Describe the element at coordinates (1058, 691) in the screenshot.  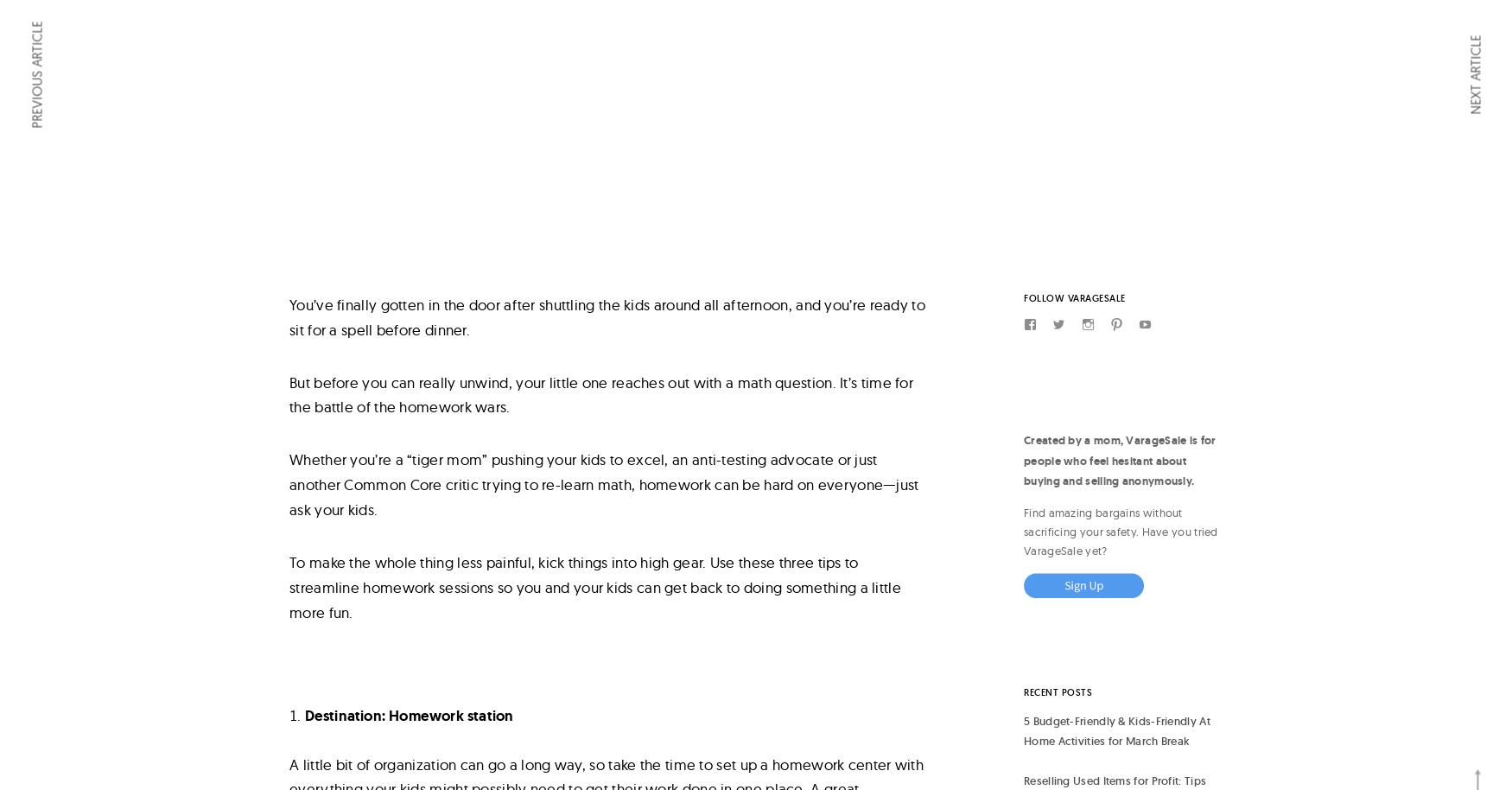
I see `'Recent Posts'` at that location.